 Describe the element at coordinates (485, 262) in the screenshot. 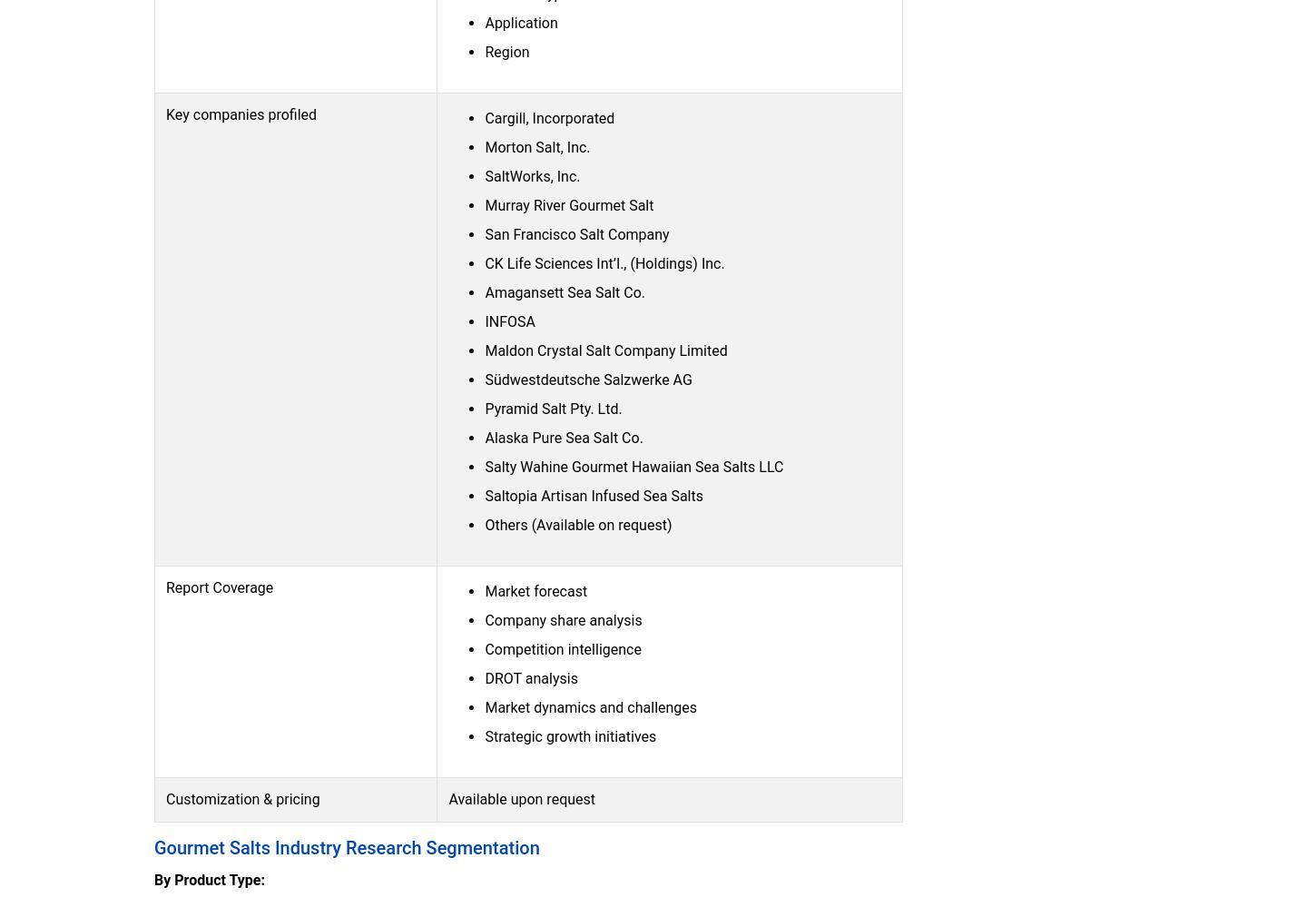

I see `'CK Life Sciences Int’l., (Holdings) Inc.'` at that location.